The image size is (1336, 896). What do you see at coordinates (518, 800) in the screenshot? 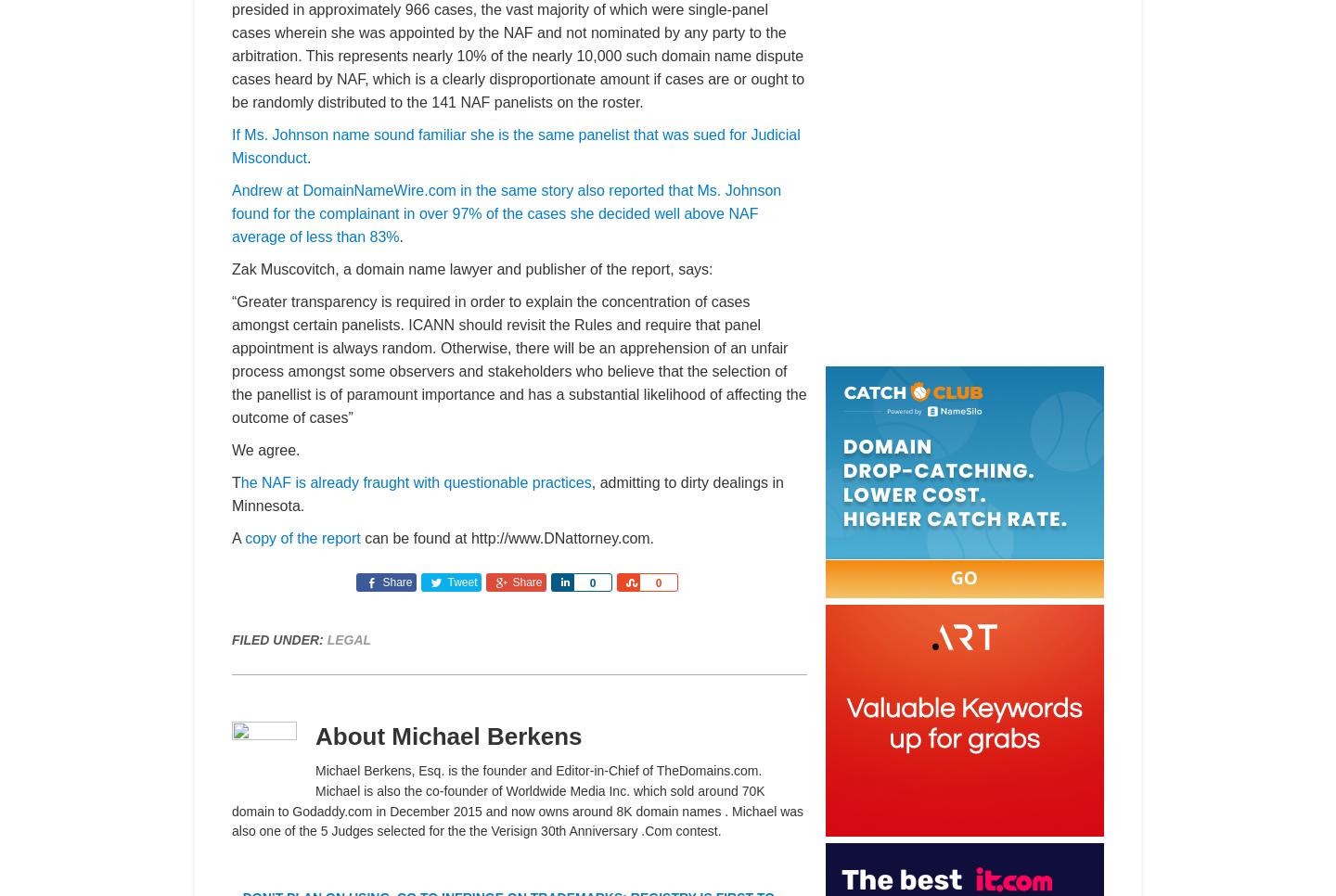
I see `'Michael Berkens, Esq. is the founder and Editor-in-Chief of TheDomains.com.  Michael is also the co-founder of Worldwide Media Inc. which sold around 70K domain to Godaddy.com in December 2015 and now owns around 8K domain names . Michael was also one of the 5 Judges selected for the  the Verisign 30th Anniversary .Com contest.'` at bounding box center [518, 800].